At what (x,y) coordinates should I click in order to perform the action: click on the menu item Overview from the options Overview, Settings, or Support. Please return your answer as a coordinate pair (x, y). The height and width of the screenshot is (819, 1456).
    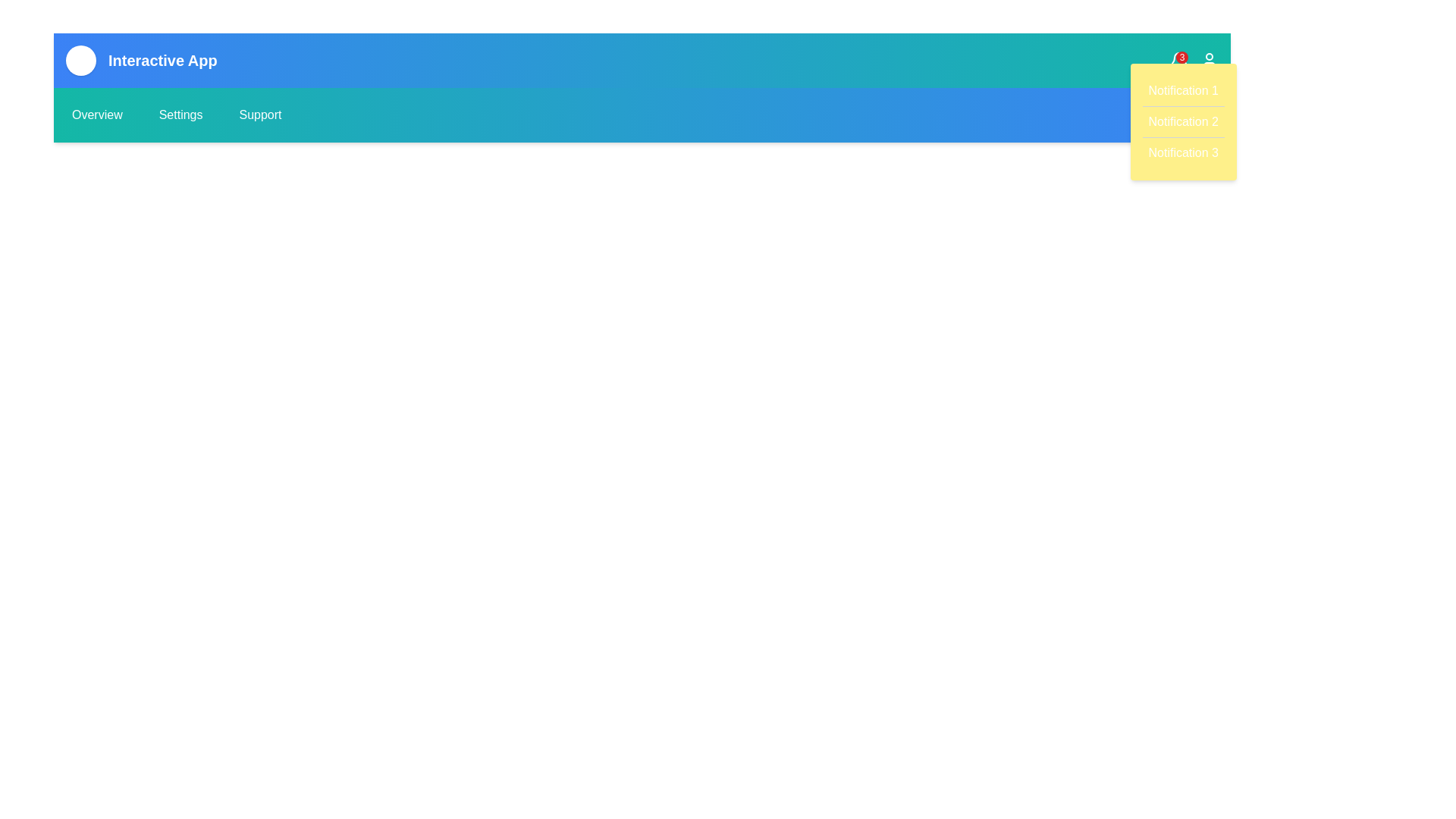
    Looking at the image, I should click on (96, 114).